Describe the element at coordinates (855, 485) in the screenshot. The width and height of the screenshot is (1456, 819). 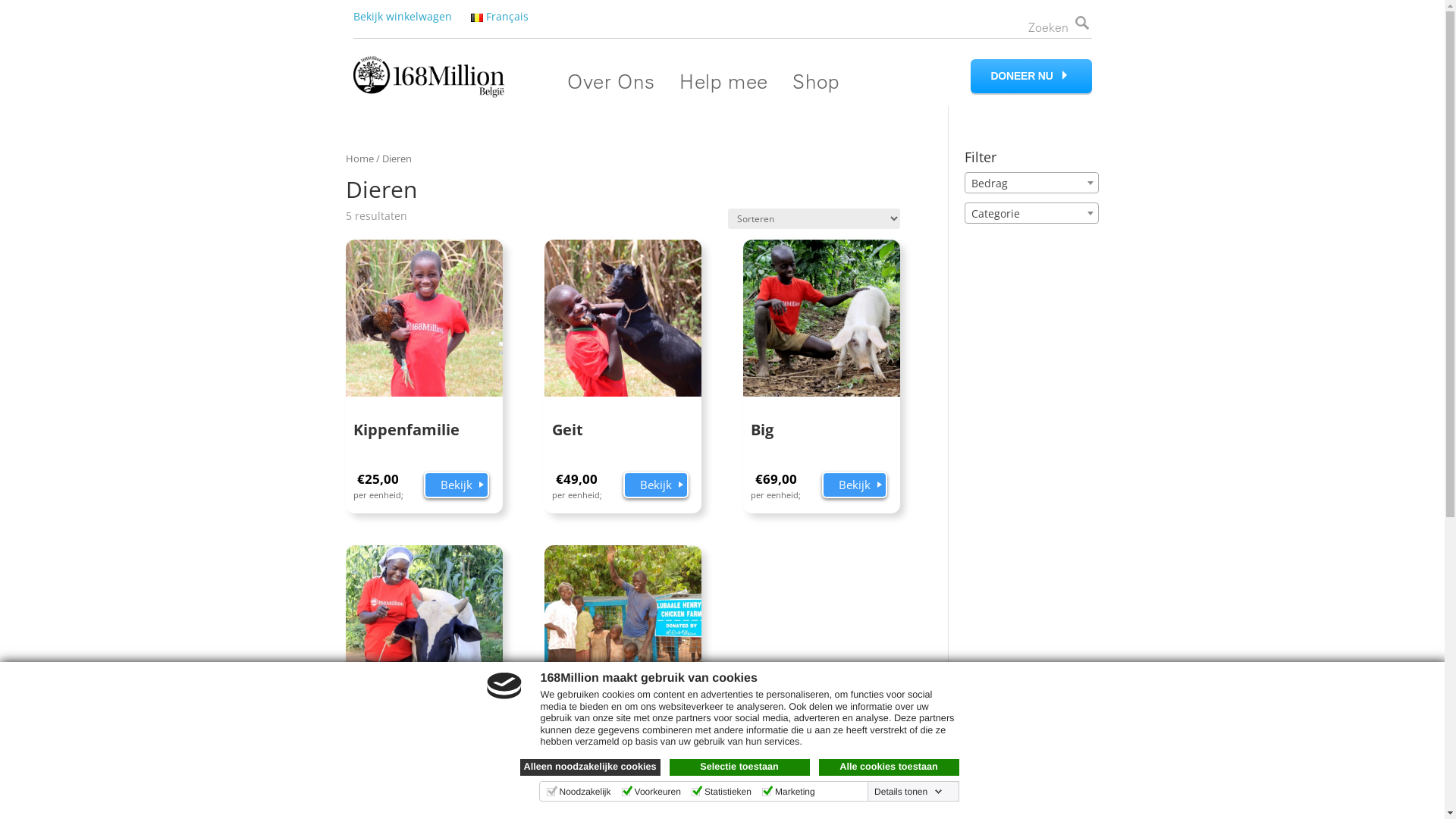
I see `'Bekijk'` at that location.